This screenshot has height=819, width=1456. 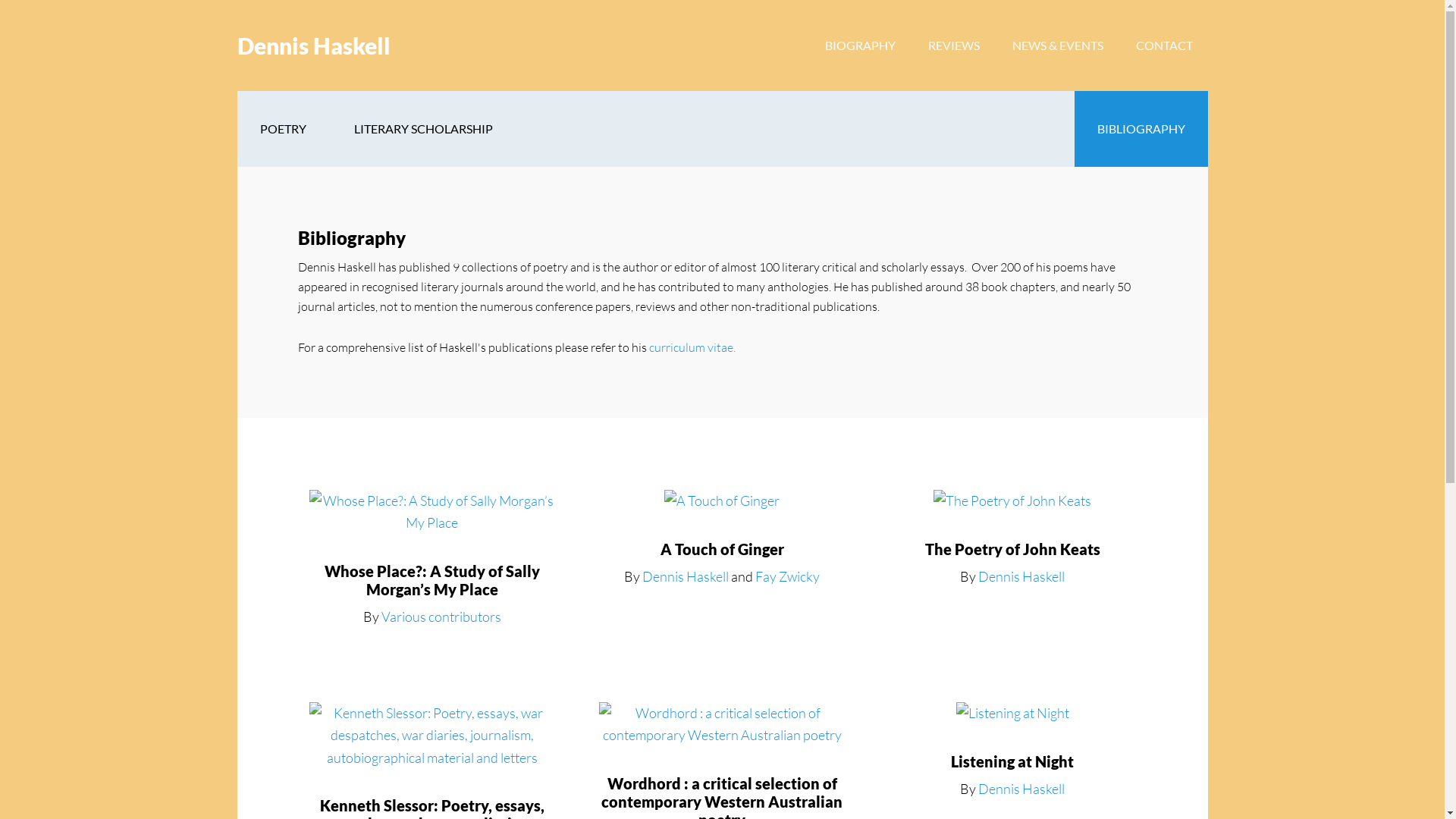 What do you see at coordinates (1056, 45) in the screenshot?
I see `'NEWS & EVENTS'` at bounding box center [1056, 45].